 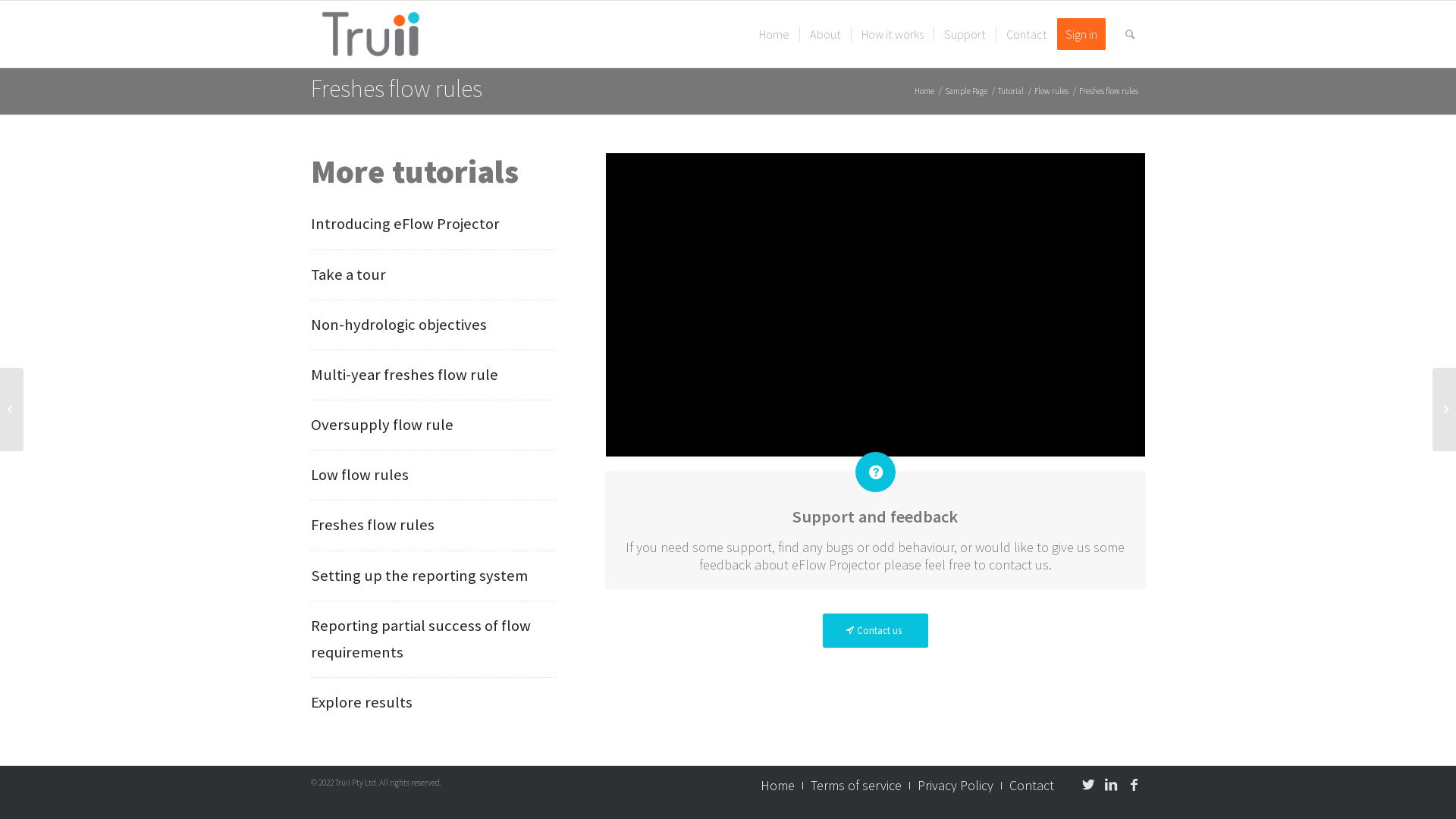 I want to click on 'Setting up the reporting system', so click(x=419, y=576).